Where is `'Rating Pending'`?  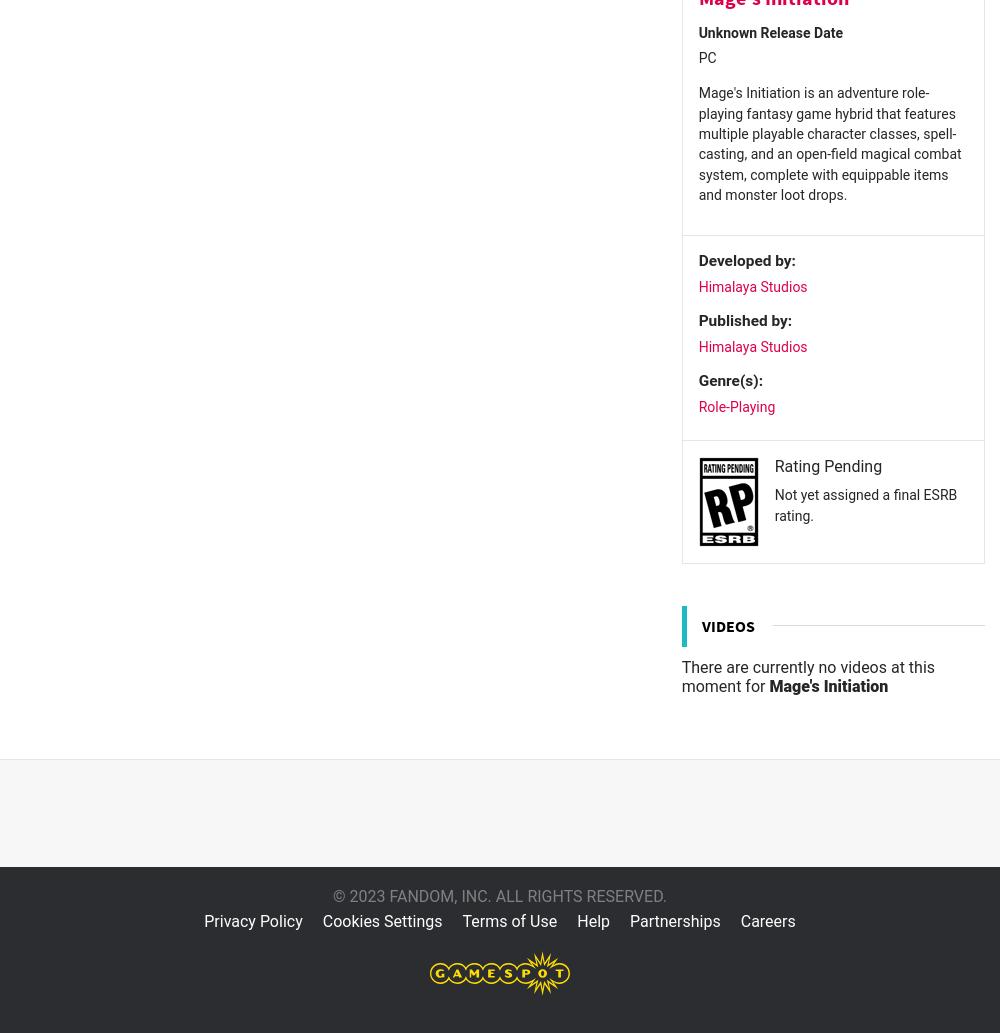
'Rating Pending' is located at coordinates (827, 465).